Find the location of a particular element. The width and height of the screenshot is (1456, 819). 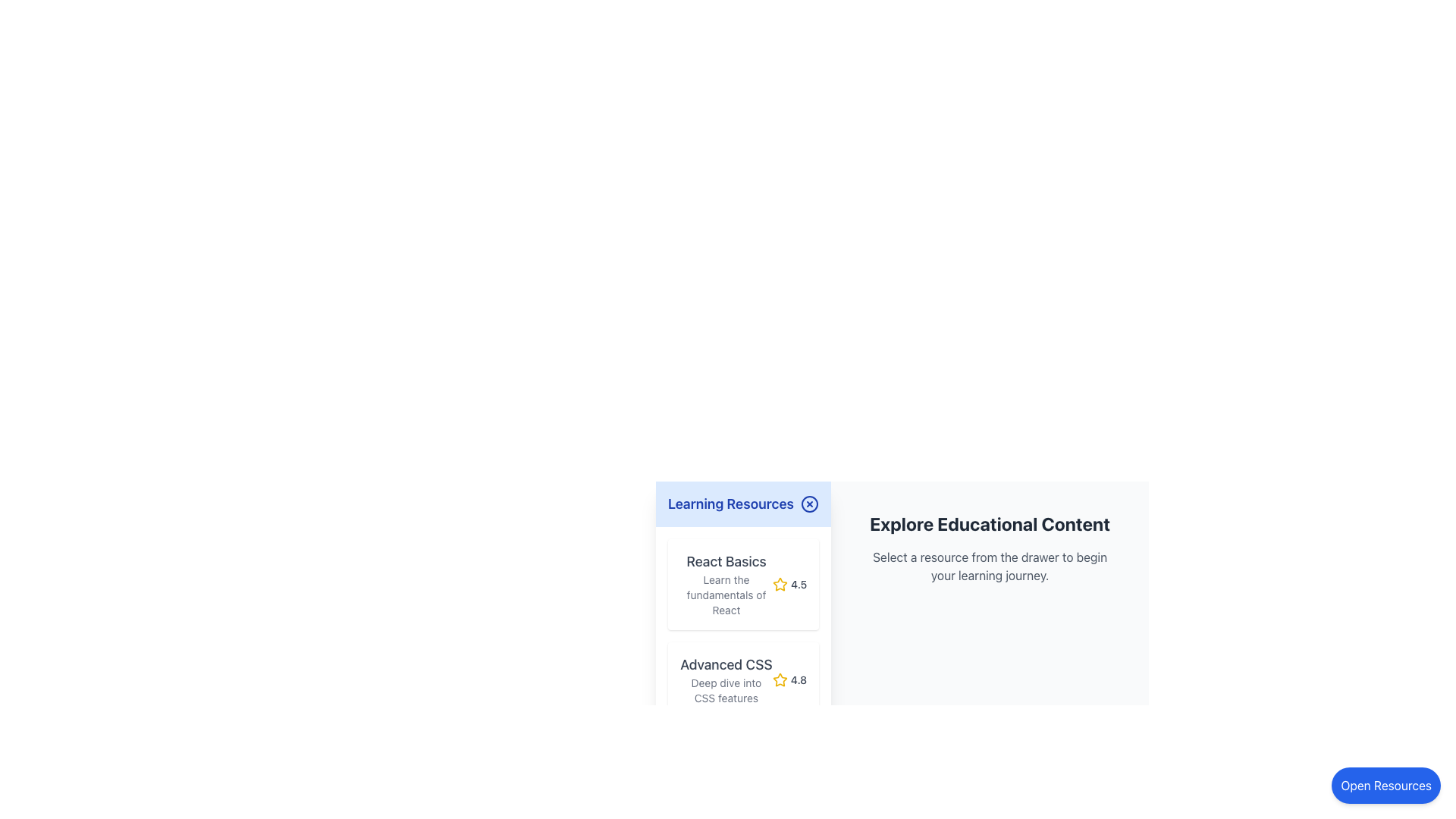

the circular button with a blue border and 'X' symbol located at the top-right corner of the 'Learning Resources' header is located at coordinates (809, 504).